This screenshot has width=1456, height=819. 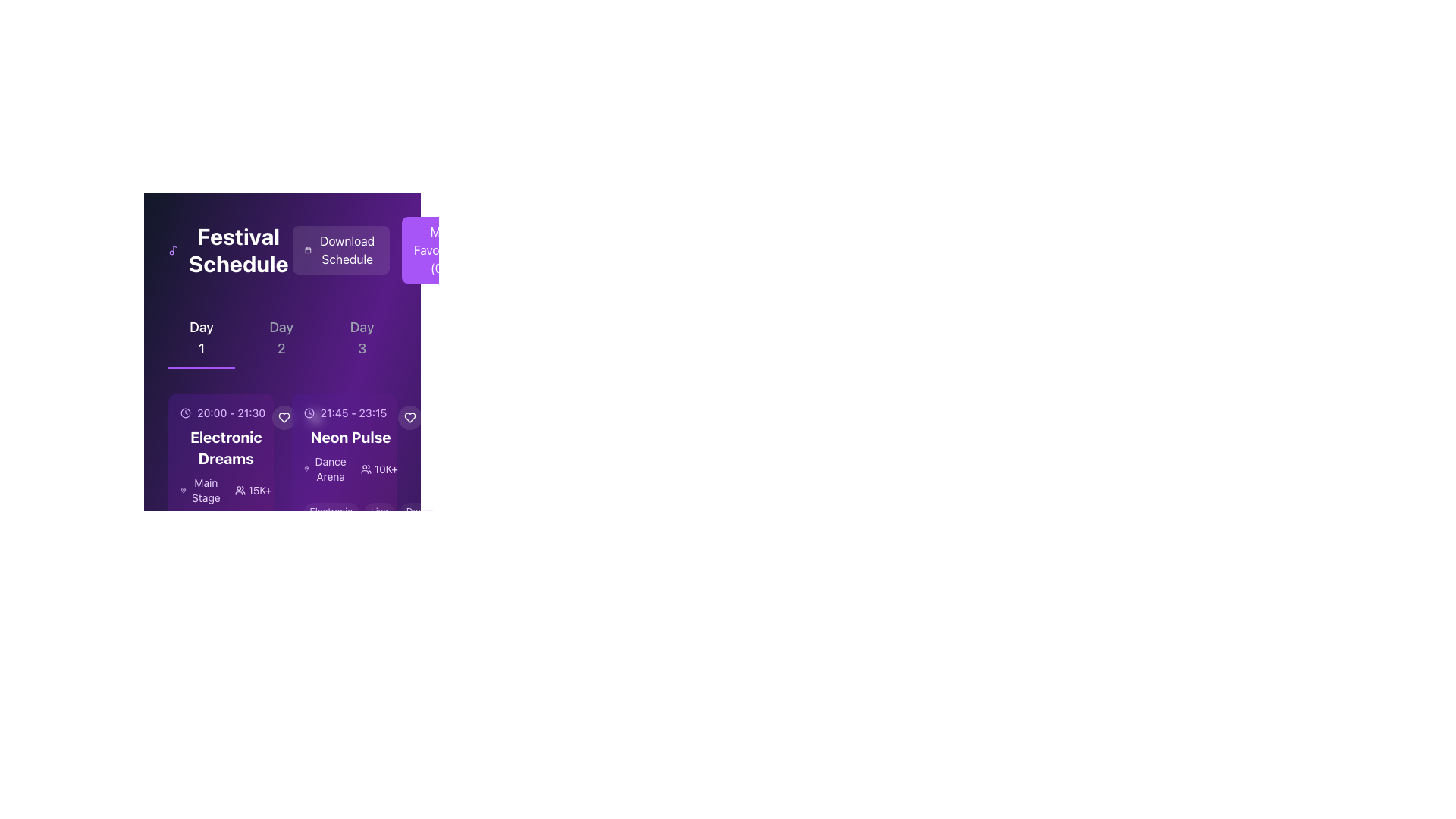 What do you see at coordinates (253, 491) in the screenshot?
I see `icon with text pair that displays the number of attendees for the 'Electronic Dreams' event, located next to the 'Main Stage' text` at bounding box center [253, 491].